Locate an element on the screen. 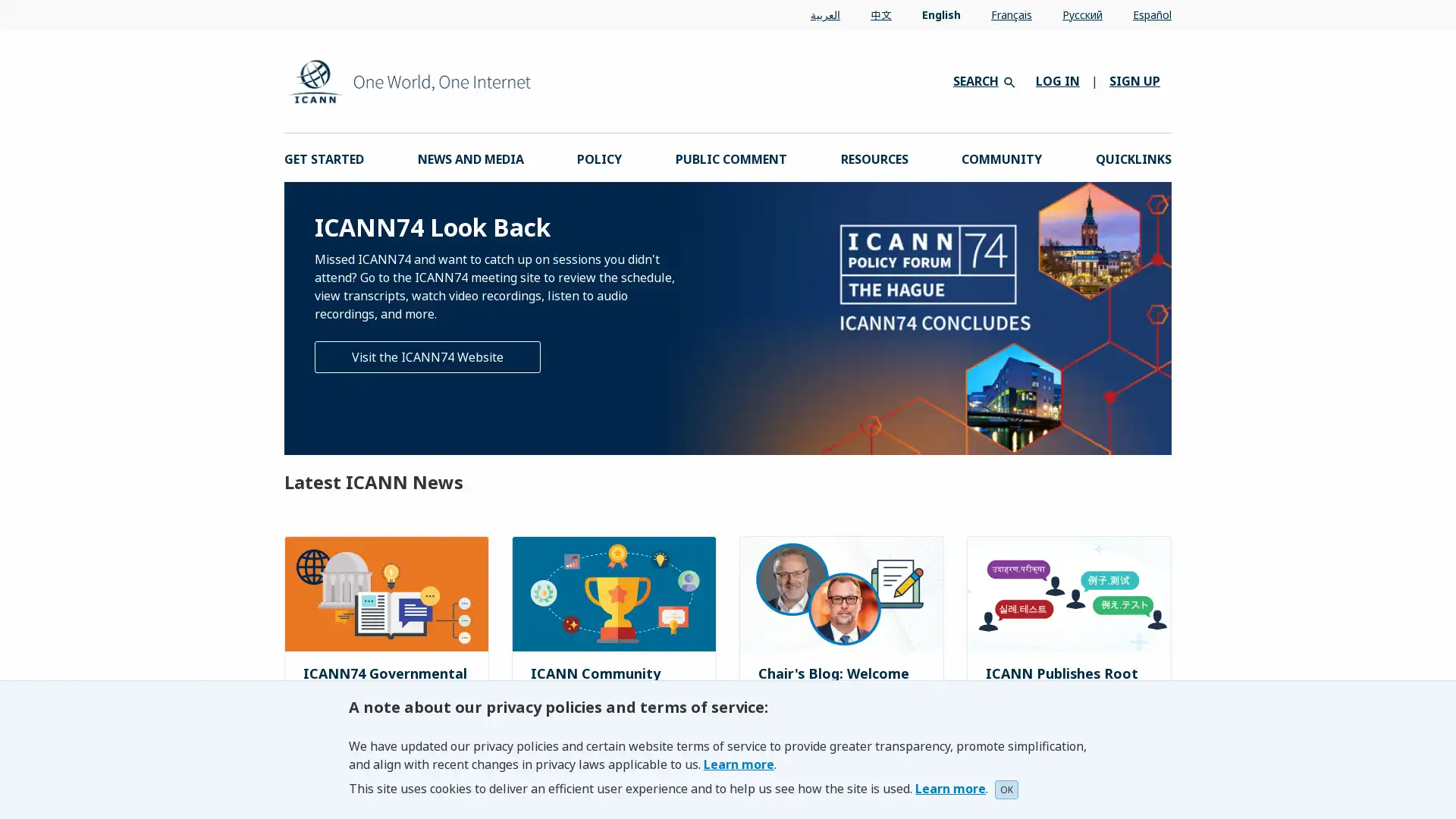 Image resolution: width=1456 pixels, height=819 pixels. SEARCH is located at coordinates (983, 80).